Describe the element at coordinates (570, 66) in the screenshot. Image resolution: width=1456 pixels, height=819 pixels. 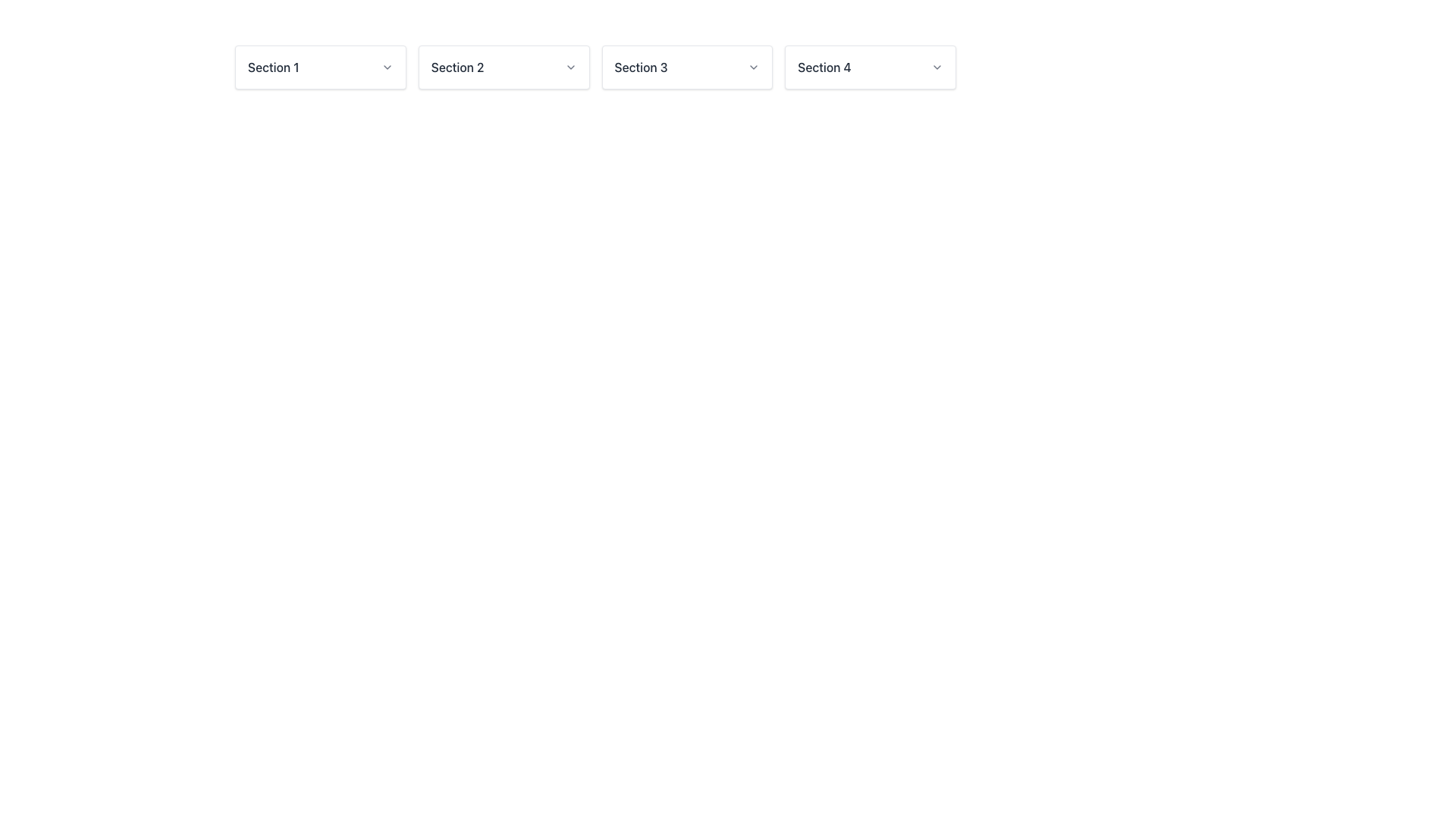
I see `the chevron icon located at the far right edge of the 'Section 2' button` at that location.